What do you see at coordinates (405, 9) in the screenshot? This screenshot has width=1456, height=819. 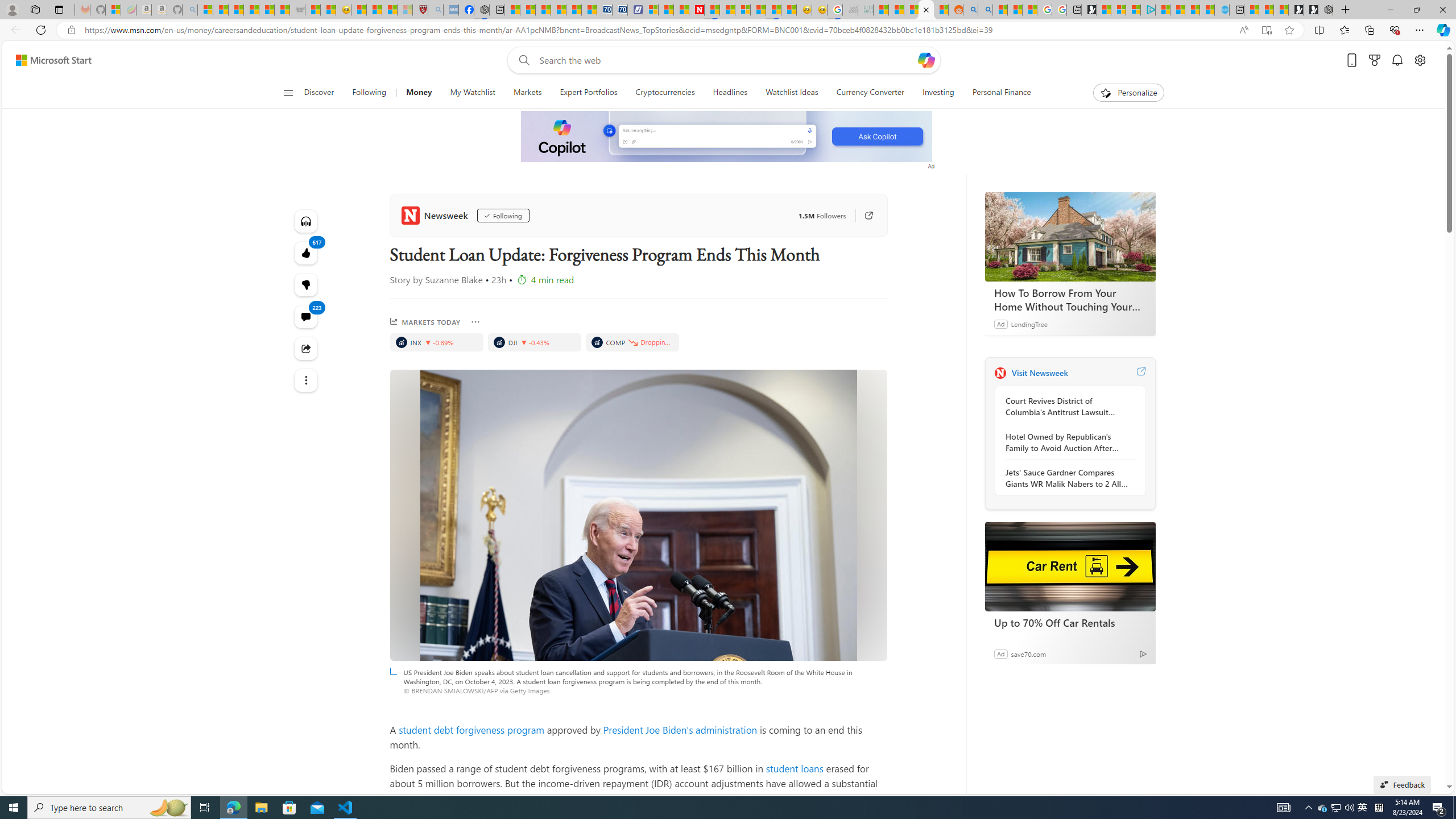 I see `'12 Popular Science Lies that Must be Corrected - Sleeping'` at bounding box center [405, 9].